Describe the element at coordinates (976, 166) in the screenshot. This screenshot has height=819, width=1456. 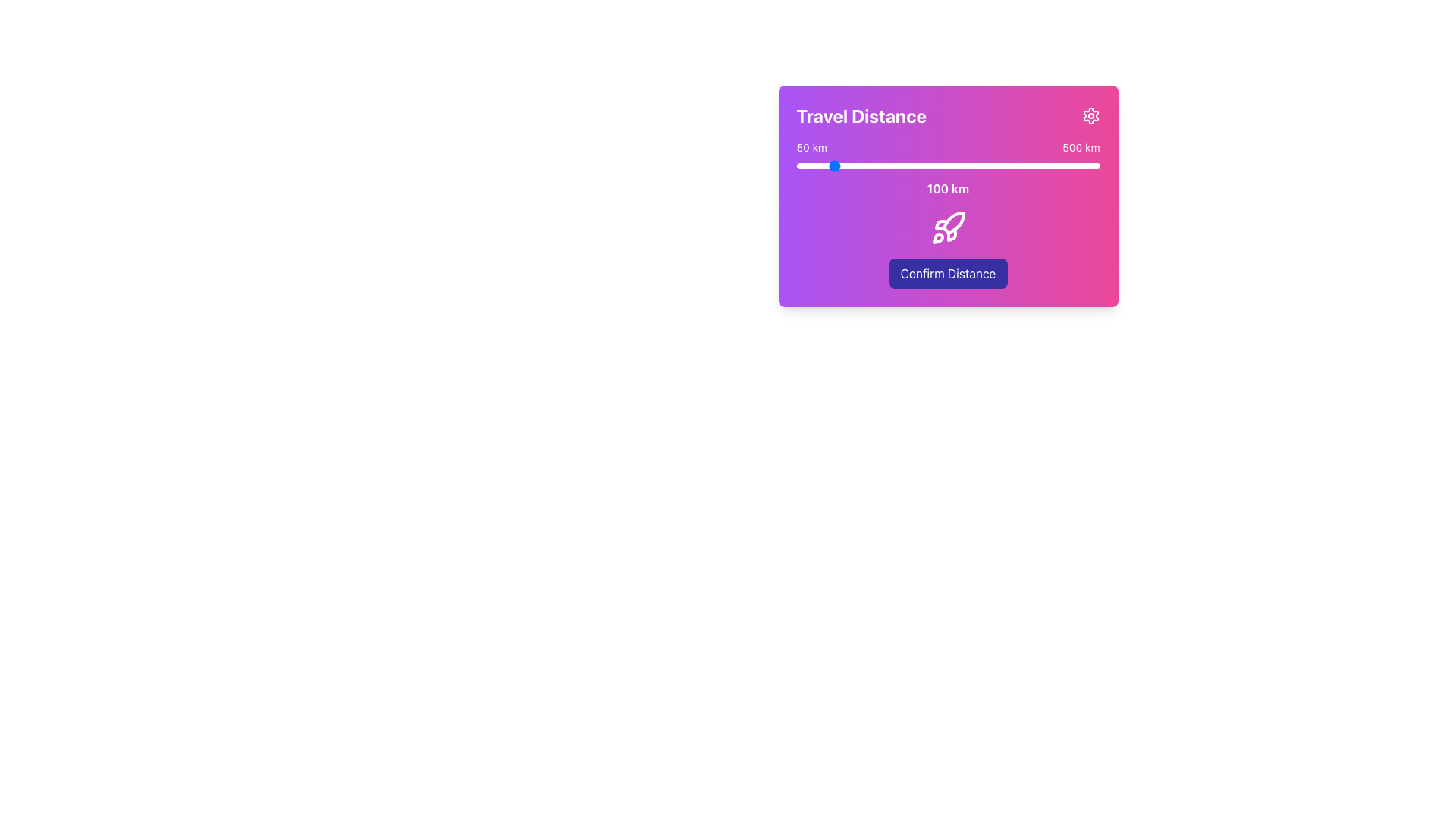
I see `the travel distance` at that location.